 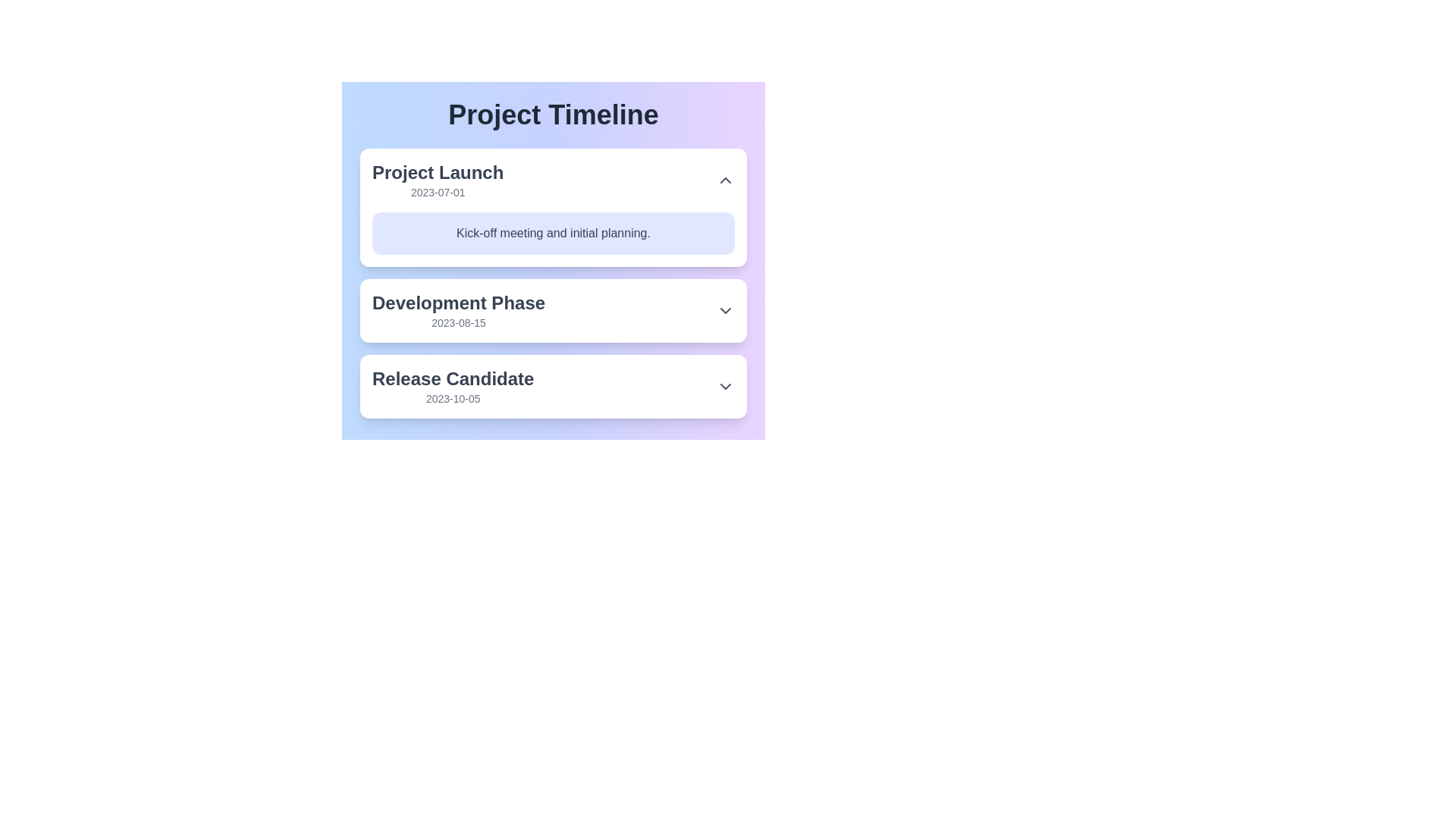 I want to click on textual display showing the project phase name 'Project Launch' and the date '2023-07-01', which is located under the main heading 'Project Timeline' as the first section, so click(x=437, y=180).